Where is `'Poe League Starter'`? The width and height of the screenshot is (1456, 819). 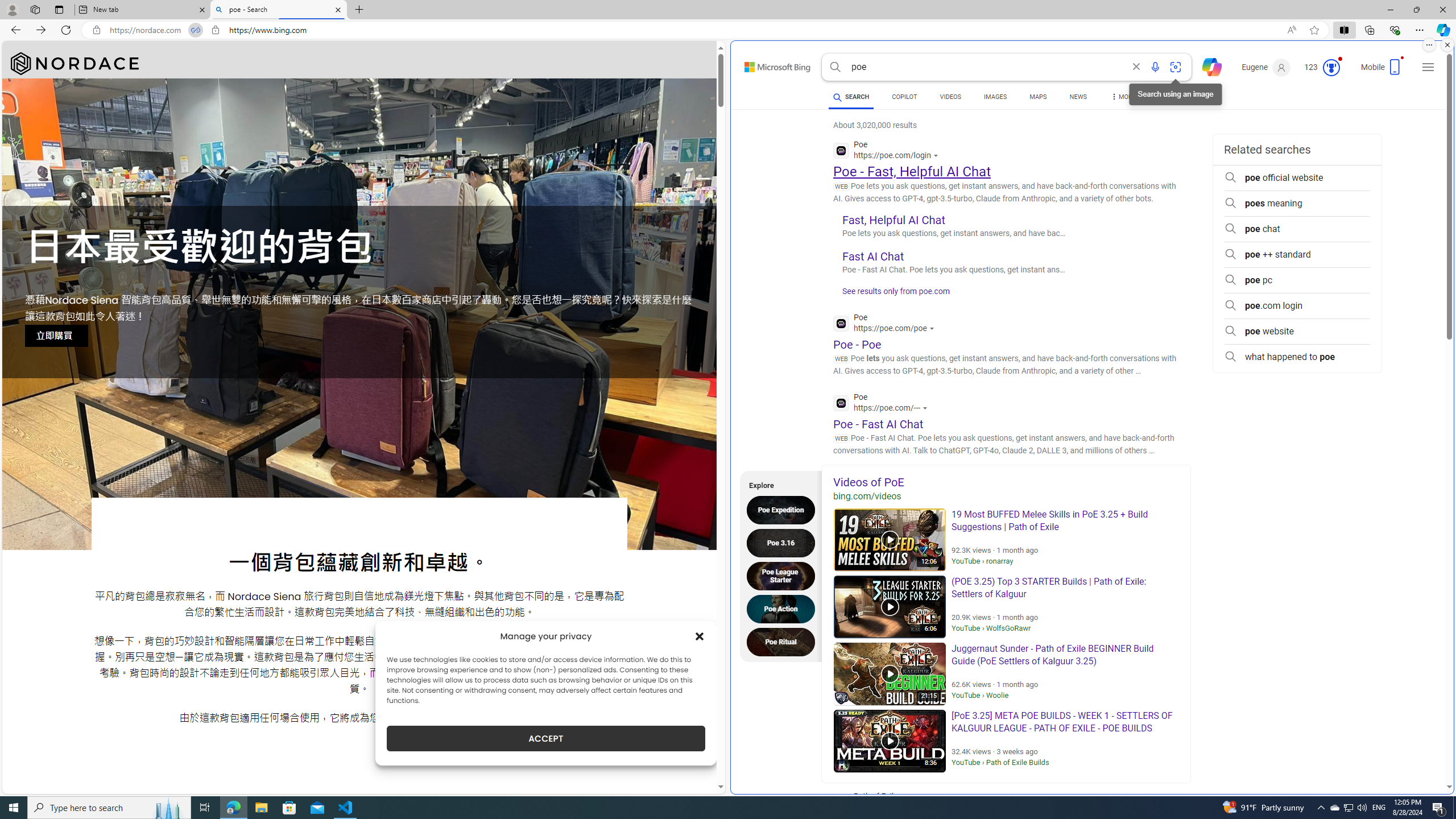
'Poe League Starter' is located at coordinates (783, 575).